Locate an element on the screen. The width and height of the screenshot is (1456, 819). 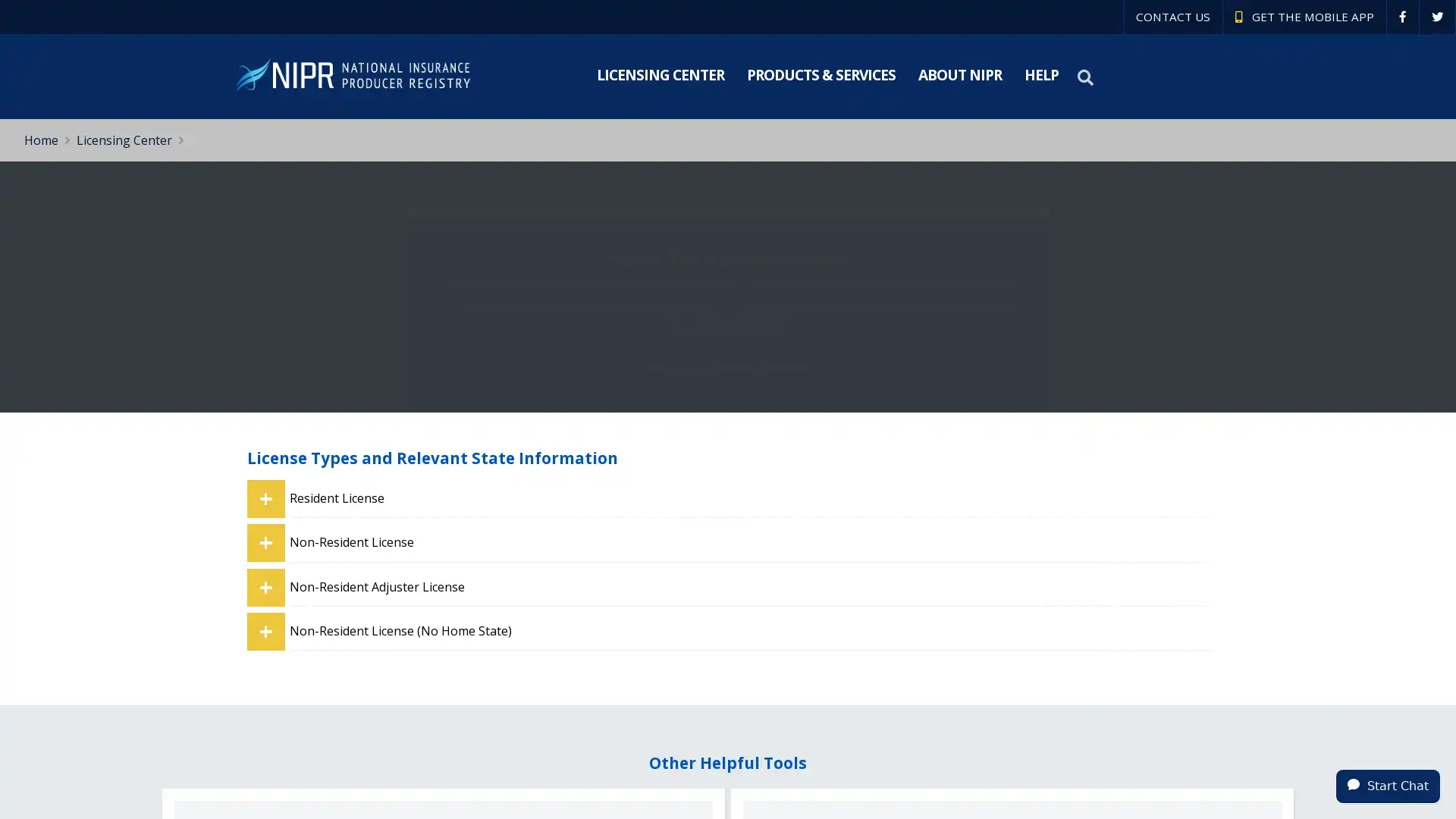
Non-Resident License is located at coordinates (749, 541).